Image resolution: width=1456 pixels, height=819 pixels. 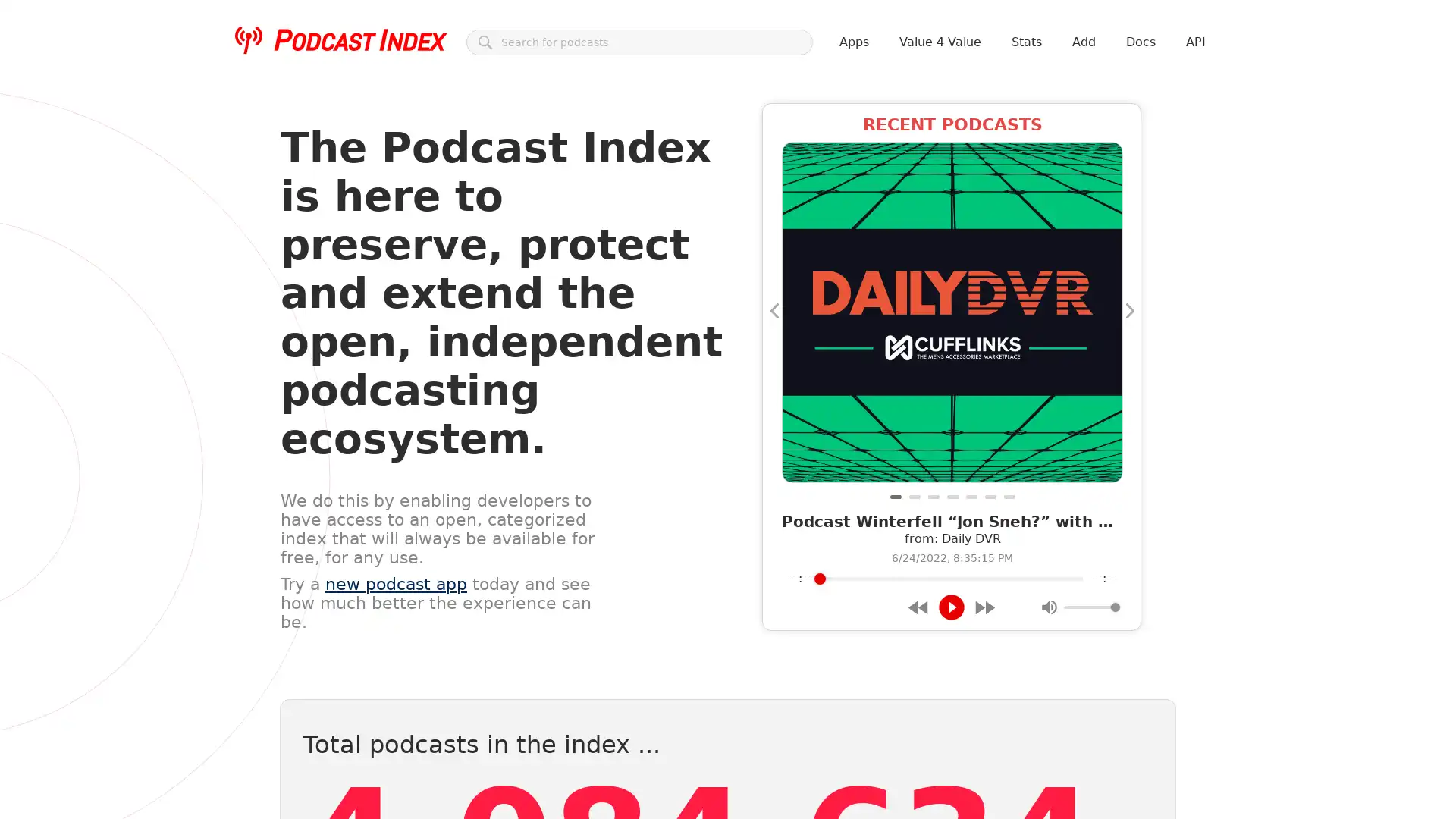 What do you see at coordinates (951, 497) in the screenshot?
I see `Caja Magica. 6.22.22` at bounding box center [951, 497].